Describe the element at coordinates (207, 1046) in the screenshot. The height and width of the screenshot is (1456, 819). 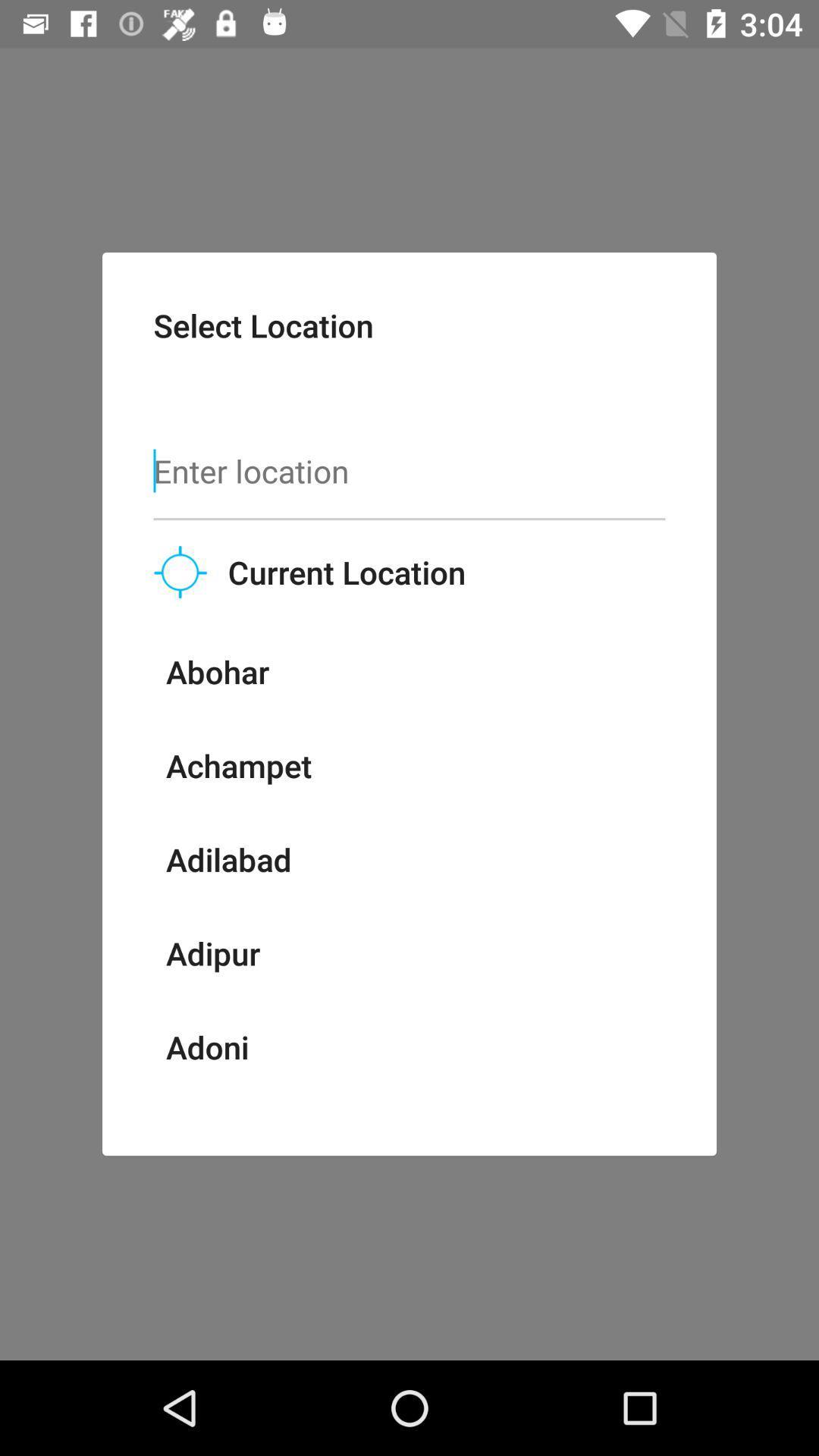
I see `icon above the agra item` at that location.